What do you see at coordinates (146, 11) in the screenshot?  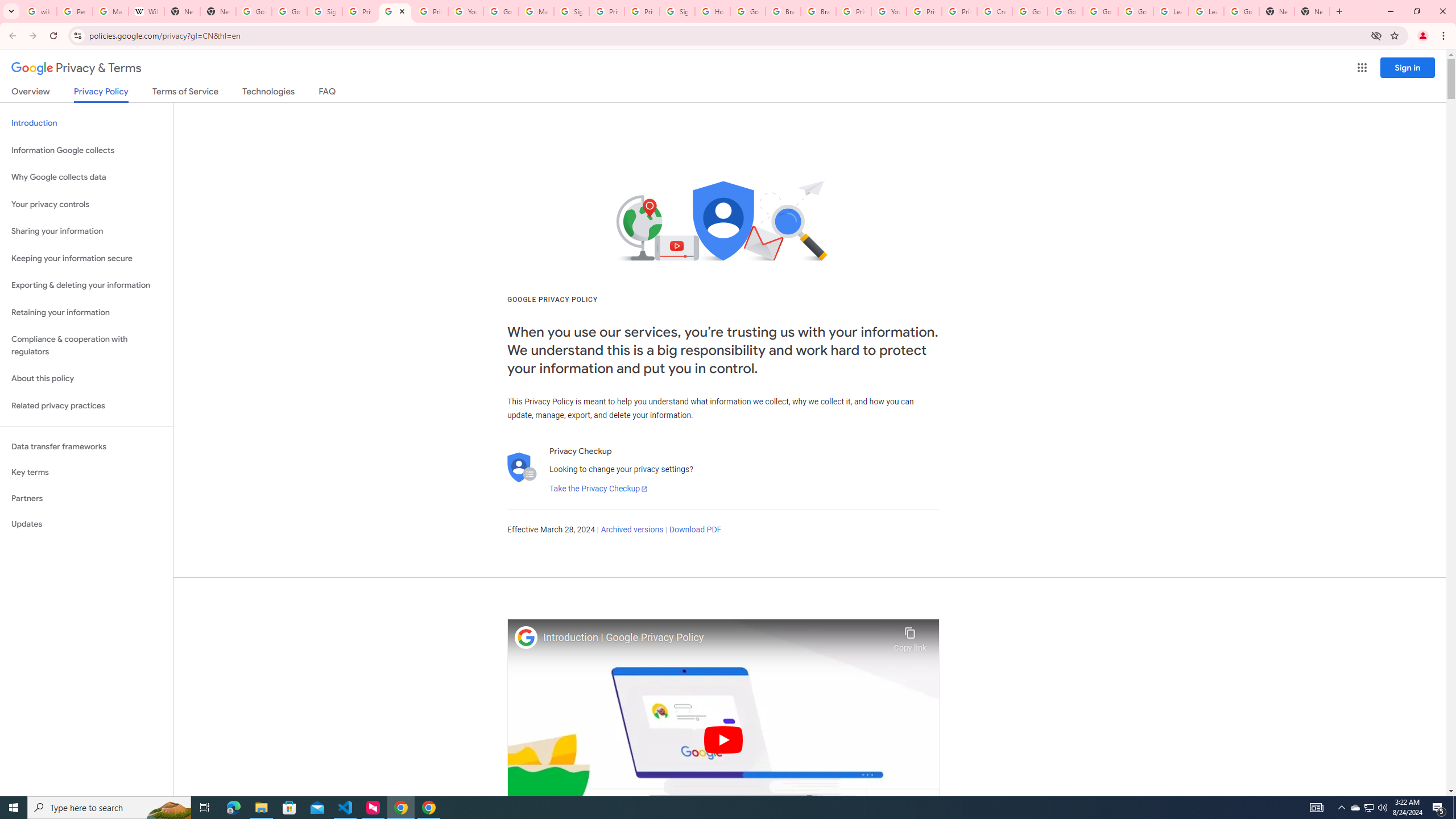 I see `'Wikipedia:Edit requests - Wikipedia'` at bounding box center [146, 11].